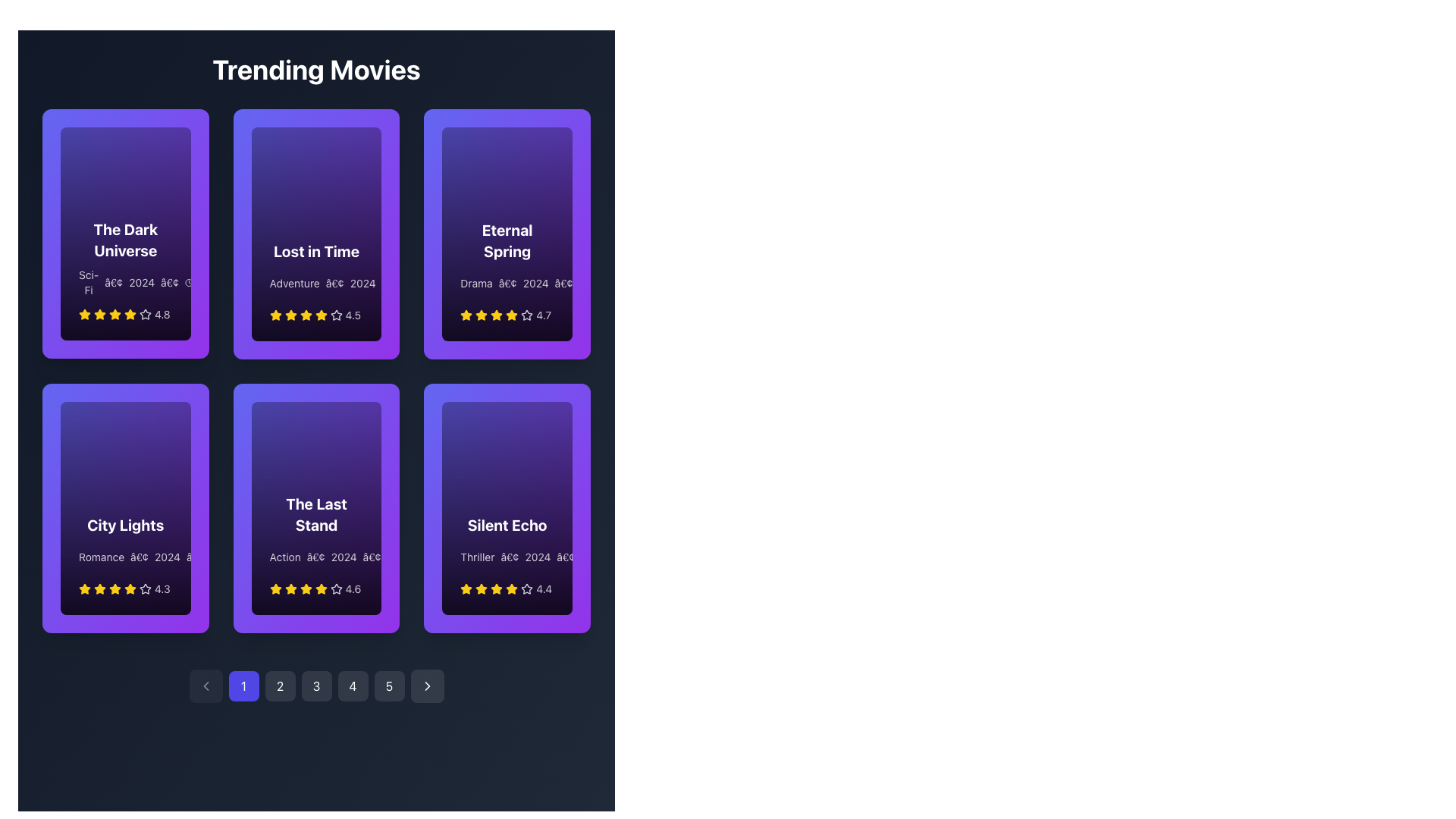 This screenshot has height=819, width=1456. I want to click on the rounded square button labeled '3' with a dark semi-transparent background, so click(315, 686).